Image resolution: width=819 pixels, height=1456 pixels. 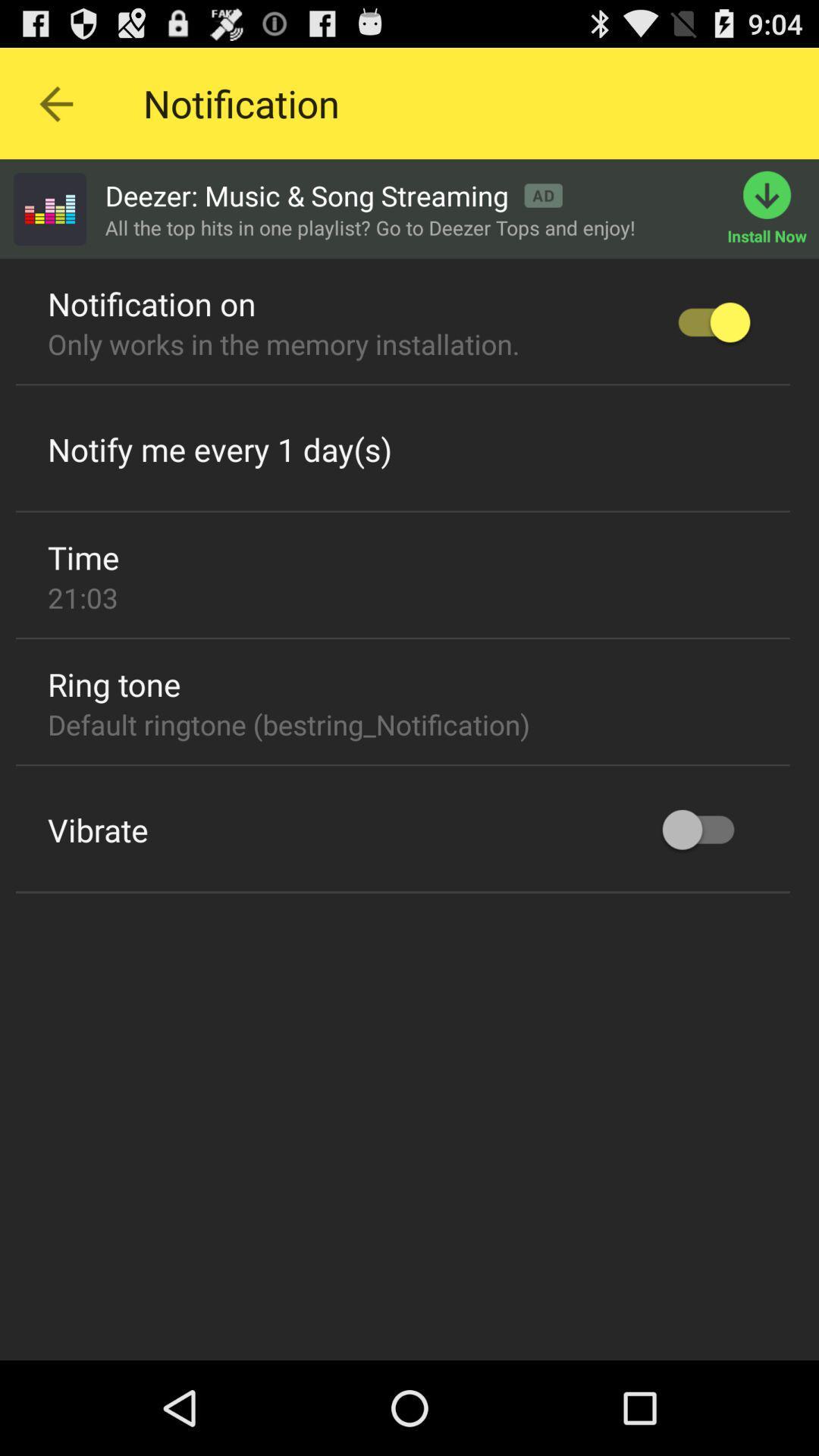 I want to click on back, so click(x=55, y=102).